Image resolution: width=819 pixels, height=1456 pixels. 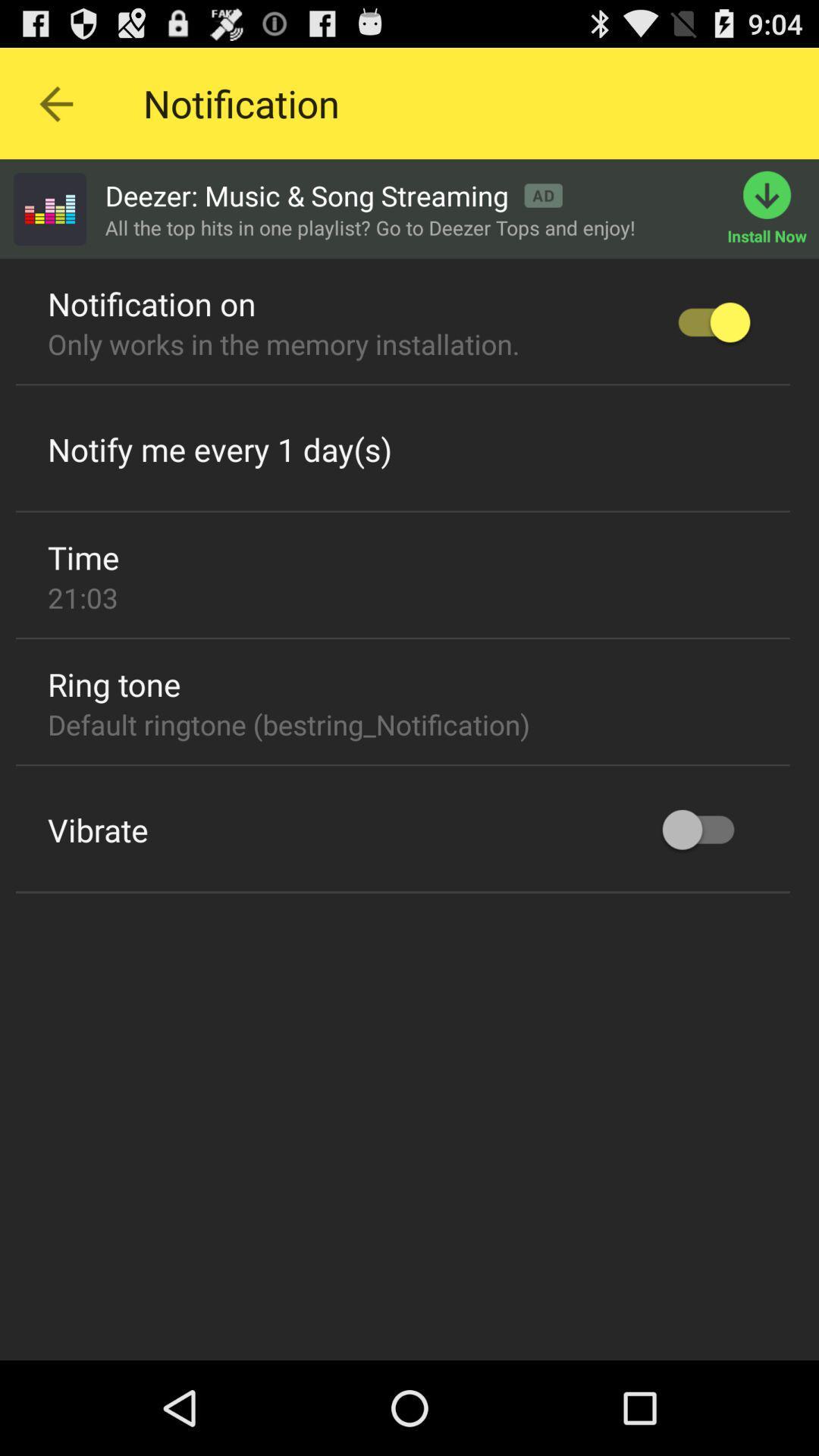 I want to click on back, so click(x=55, y=102).